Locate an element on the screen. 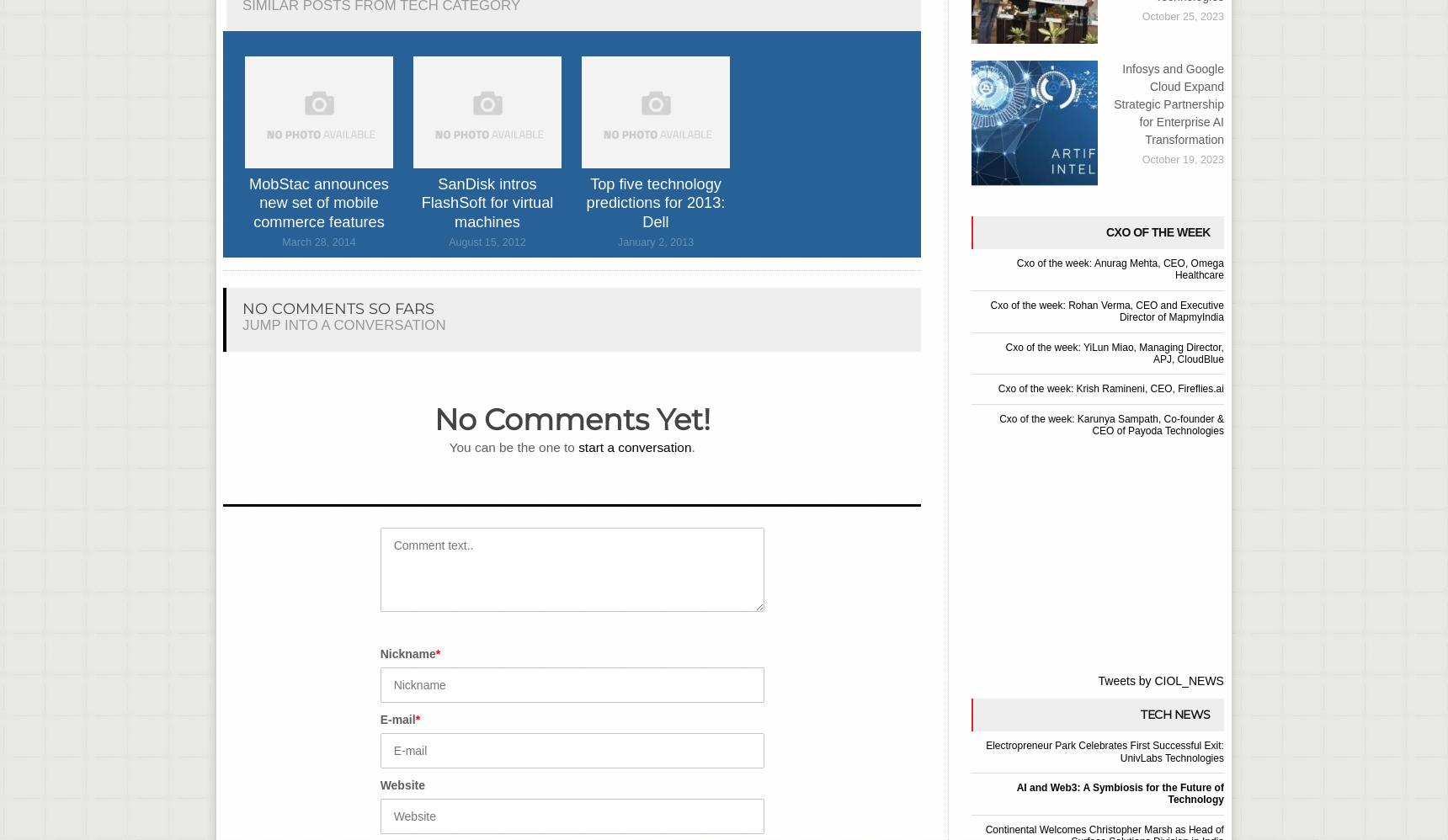 The image size is (1448, 840). '.' is located at coordinates (693, 446).